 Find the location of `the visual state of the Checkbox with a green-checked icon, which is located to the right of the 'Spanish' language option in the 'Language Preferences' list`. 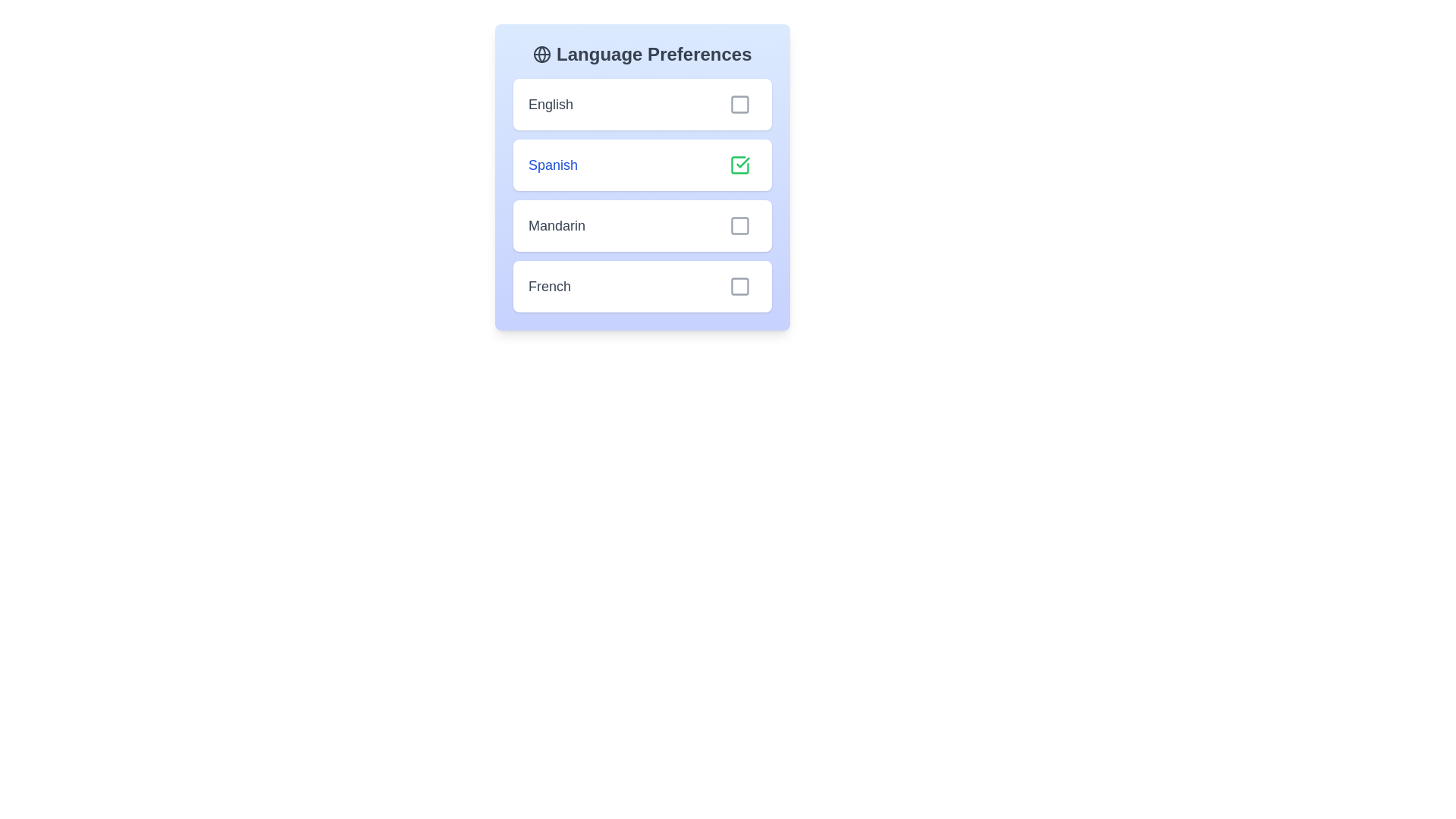

the visual state of the Checkbox with a green-checked icon, which is located to the right of the 'Spanish' language option in the 'Language Preferences' list is located at coordinates (739, 165).